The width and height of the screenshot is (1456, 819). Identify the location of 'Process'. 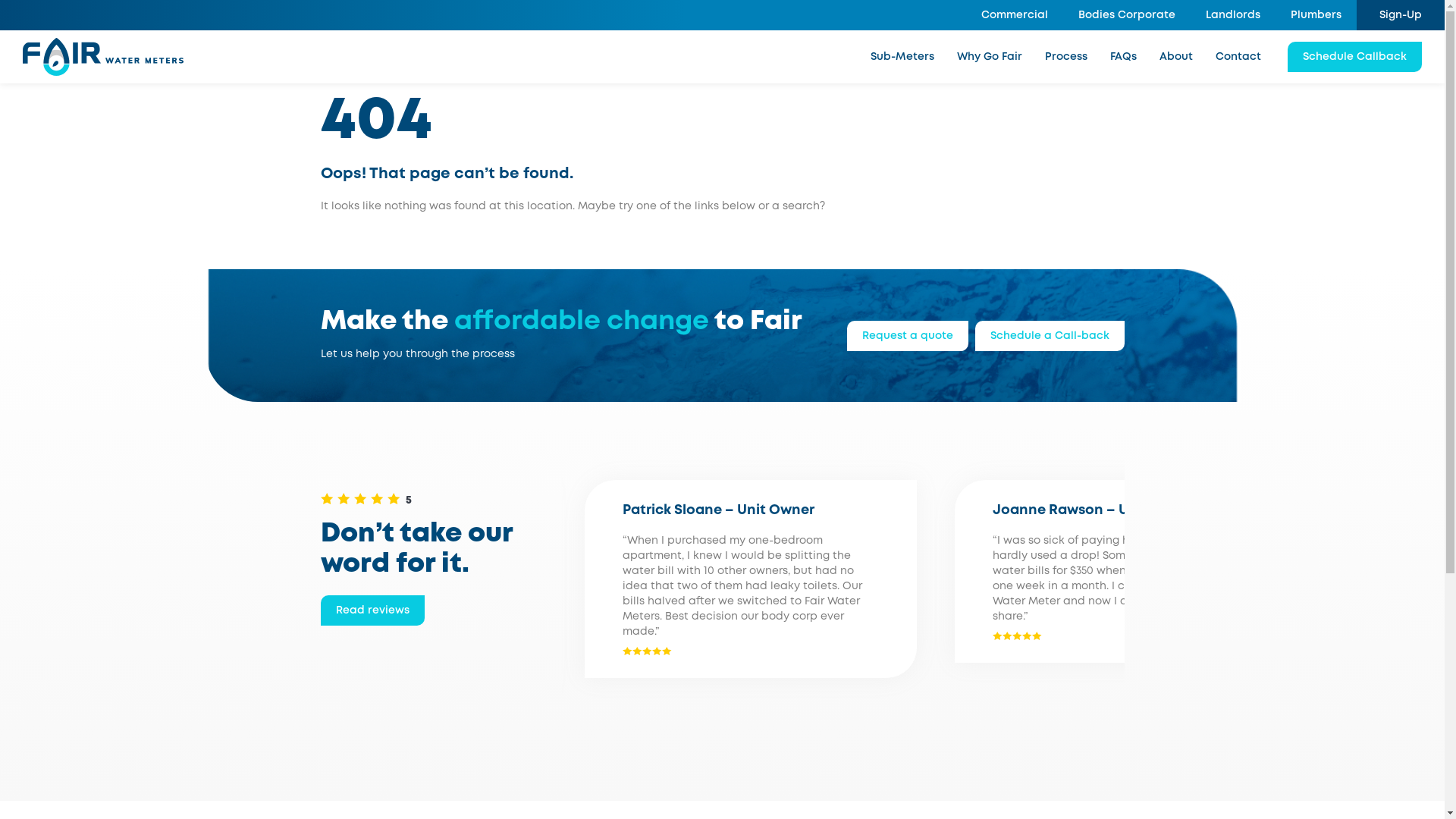
(1065, 55).